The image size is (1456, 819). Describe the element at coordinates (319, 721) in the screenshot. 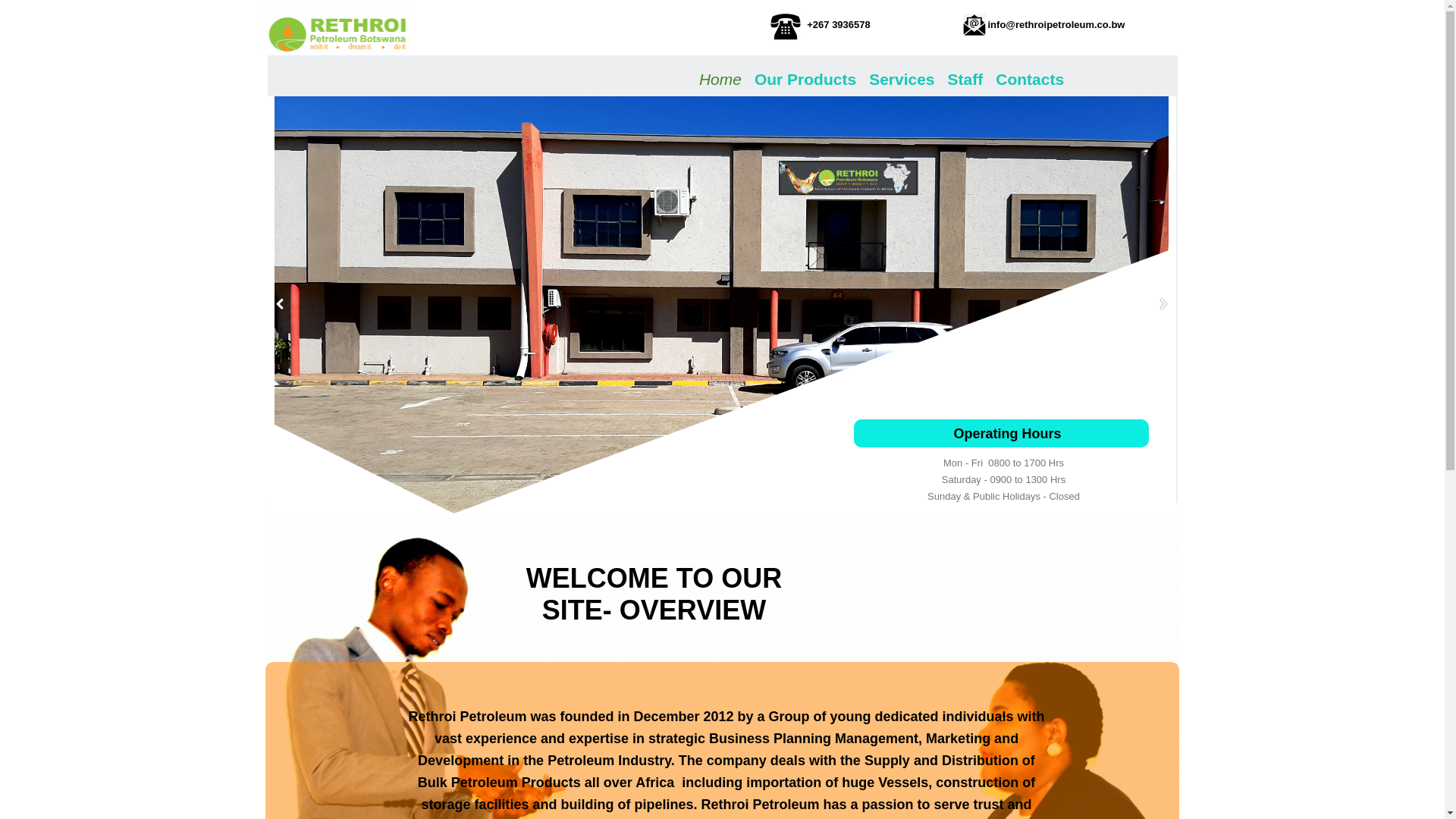

I see `'LinkedIn Embedded Content'` at that location.